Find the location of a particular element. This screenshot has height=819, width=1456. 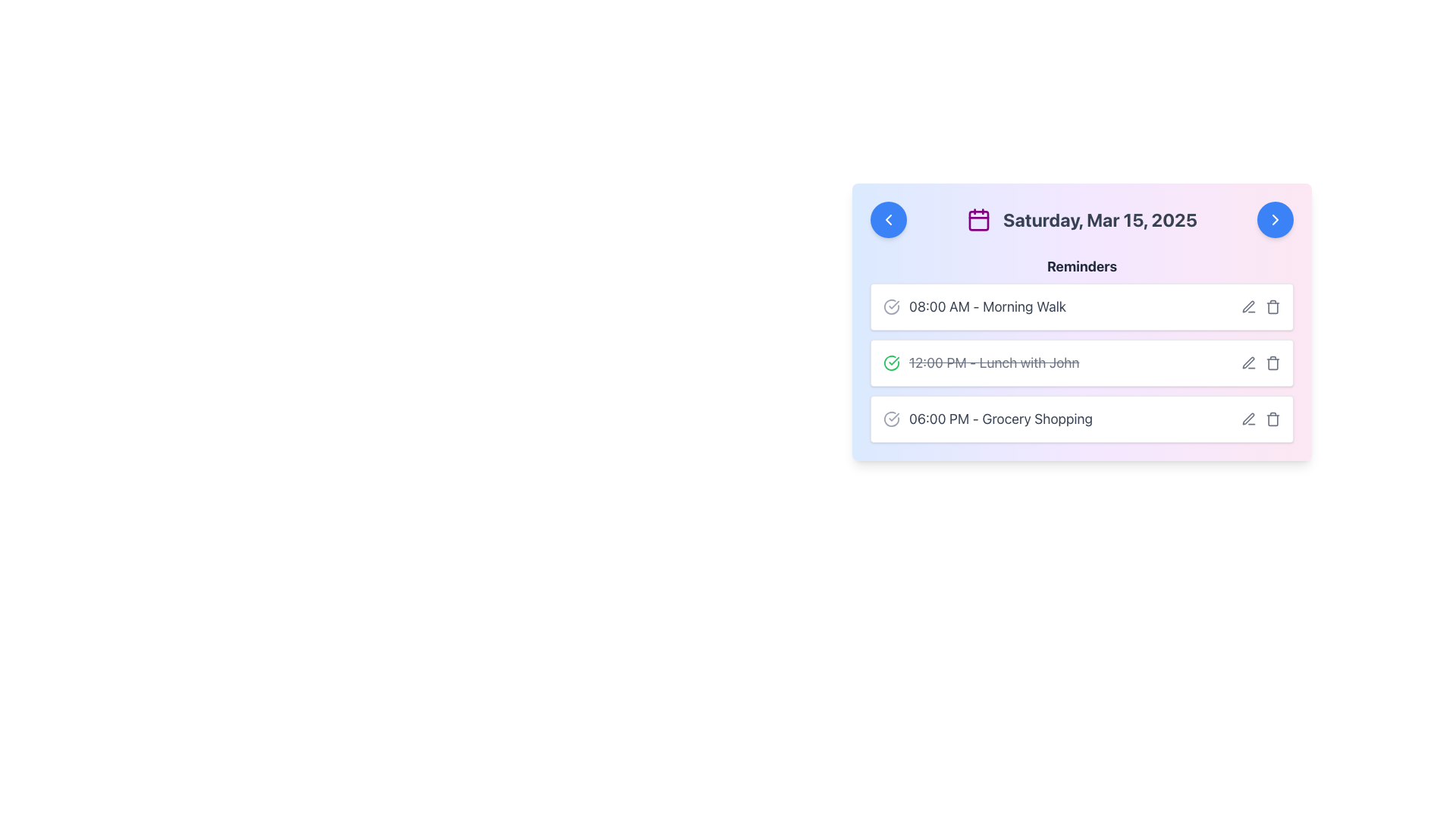

the task completion icon located centrally inside the green circular graphic for the 'Lunch with John' reminder to get more information is located at coordinates (894, 361).